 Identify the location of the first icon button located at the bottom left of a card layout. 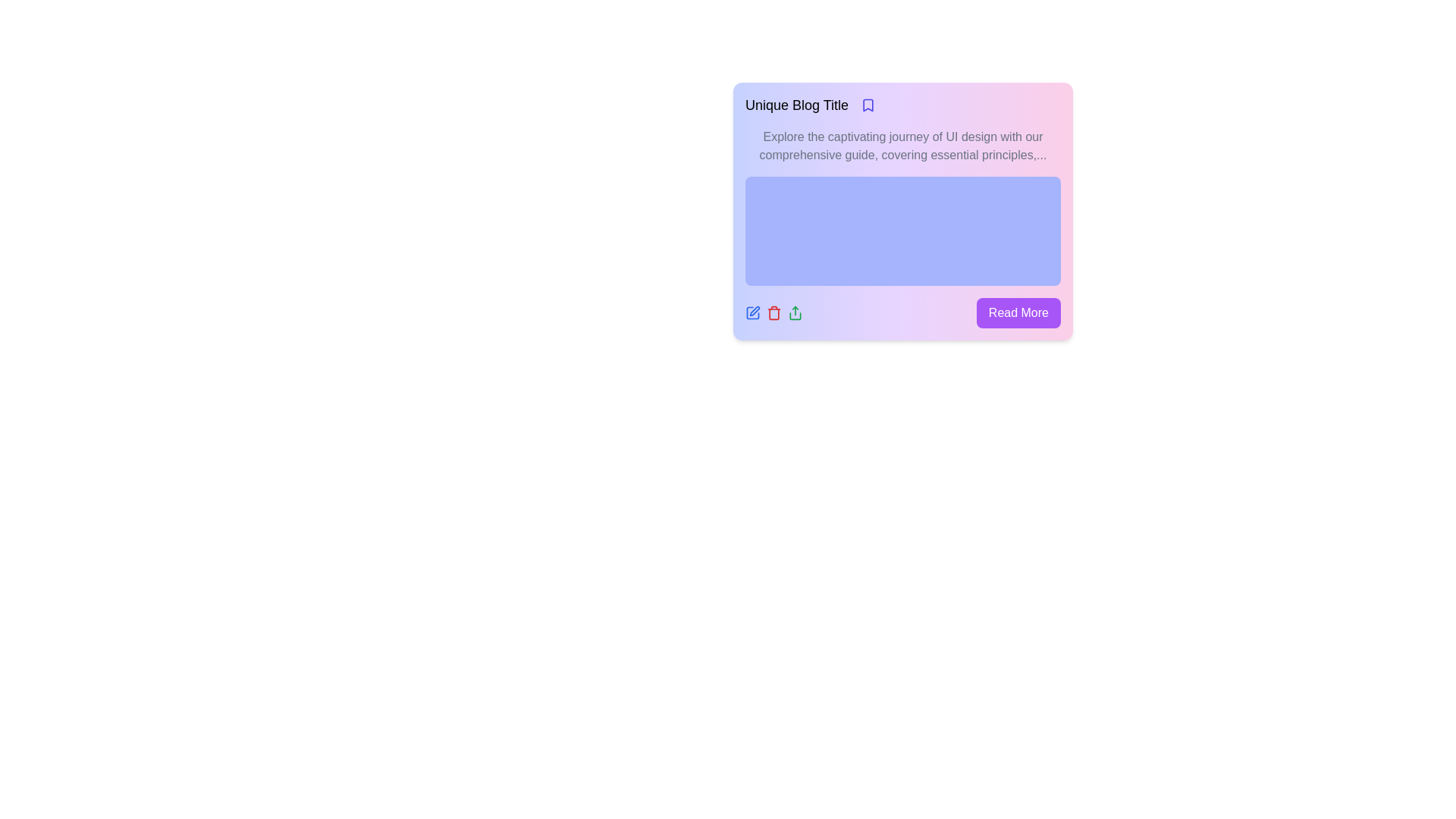
(753, 312).